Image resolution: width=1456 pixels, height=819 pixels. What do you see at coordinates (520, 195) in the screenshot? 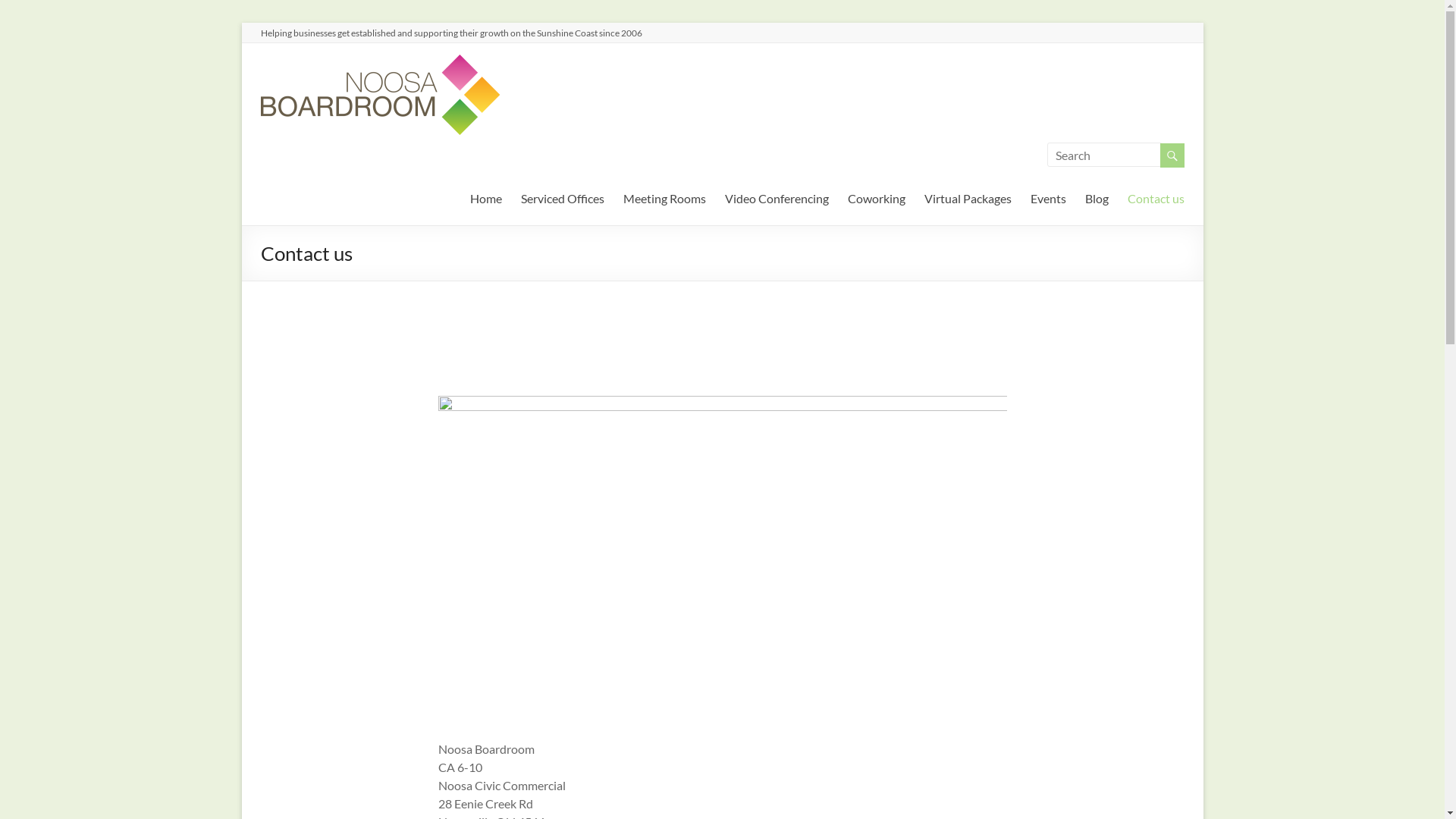
I see `'Serviced Offices'` at bounding box center [520, 195].